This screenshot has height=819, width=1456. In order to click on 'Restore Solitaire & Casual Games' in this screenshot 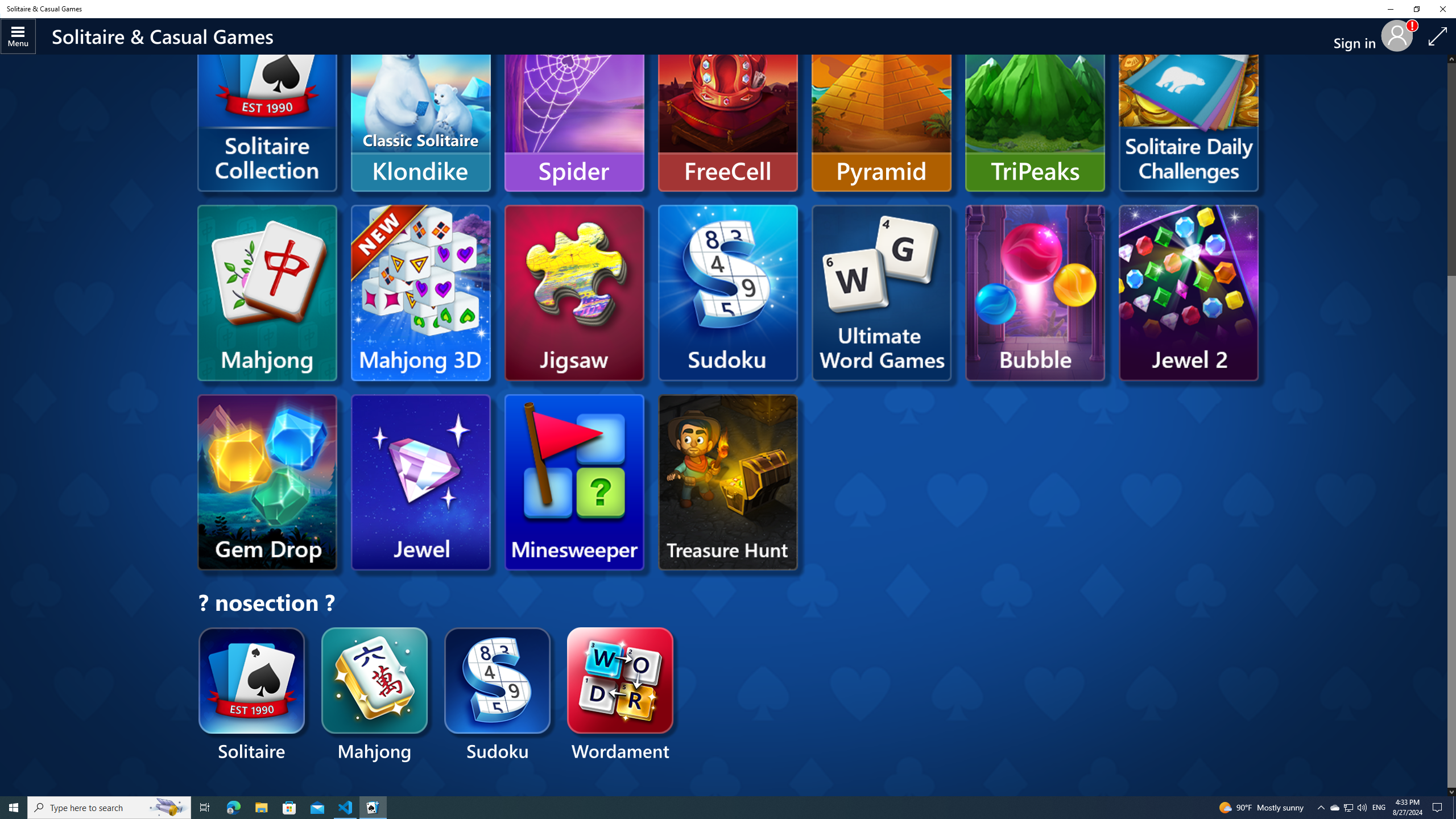, I will do `click(1416, 9)`.